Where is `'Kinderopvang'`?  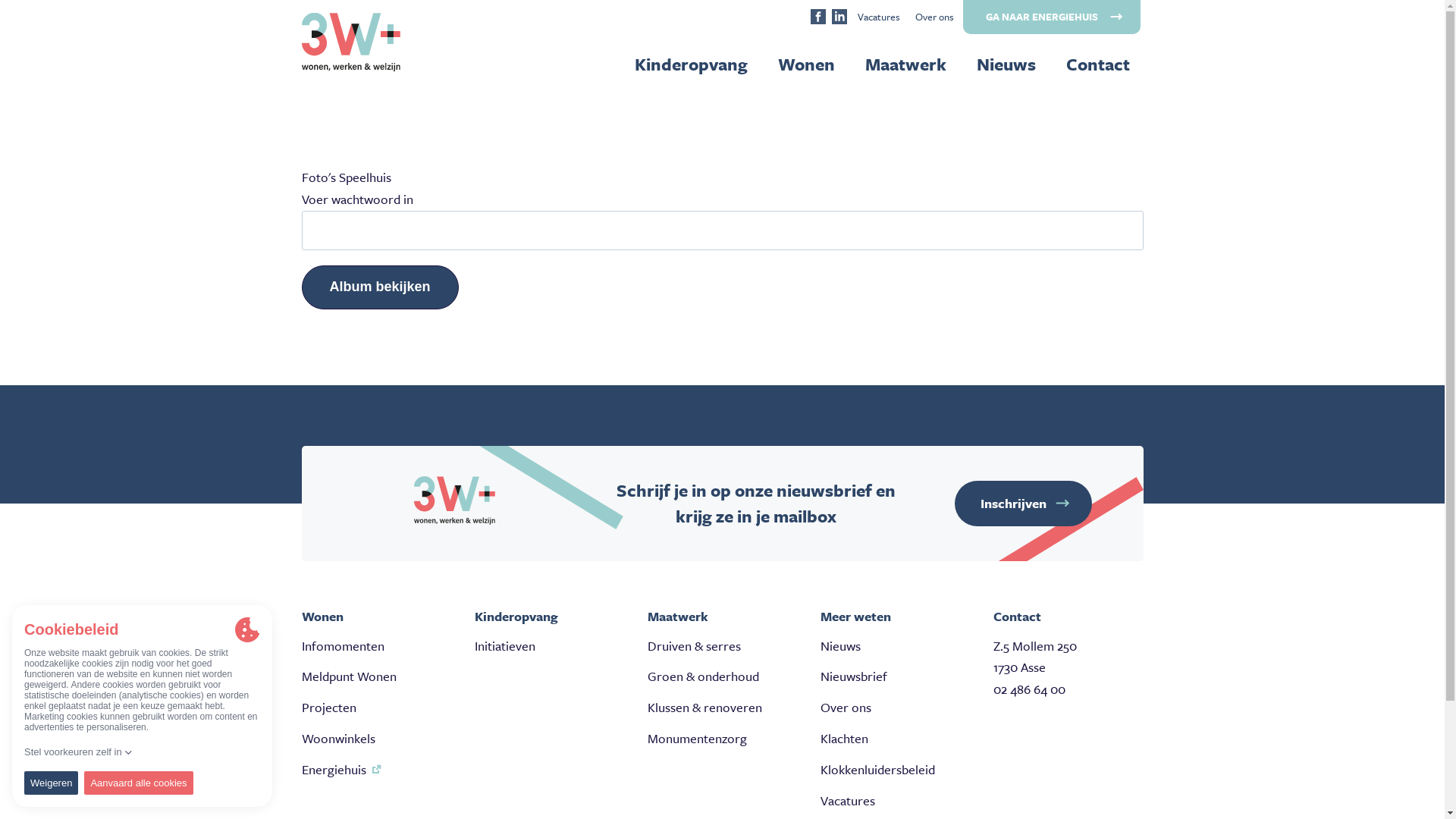 'Kinderopvang' is located at coordinates (689, 63).